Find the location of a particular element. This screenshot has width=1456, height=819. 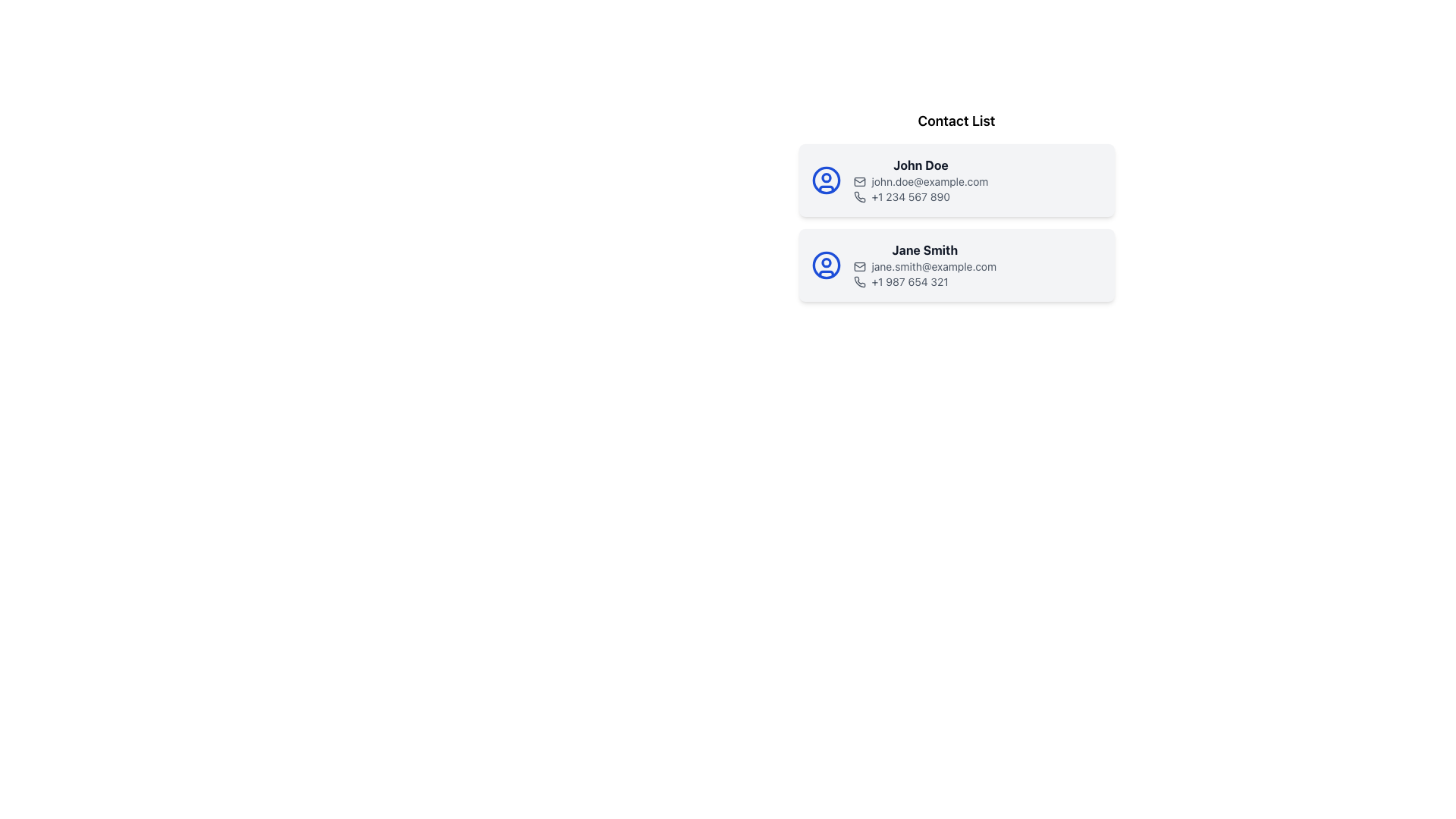

the phone icon on the contact card displaying detailed information about the person represented, which is the second card in the 'Contact List' section is located at coordinates (955, 265).